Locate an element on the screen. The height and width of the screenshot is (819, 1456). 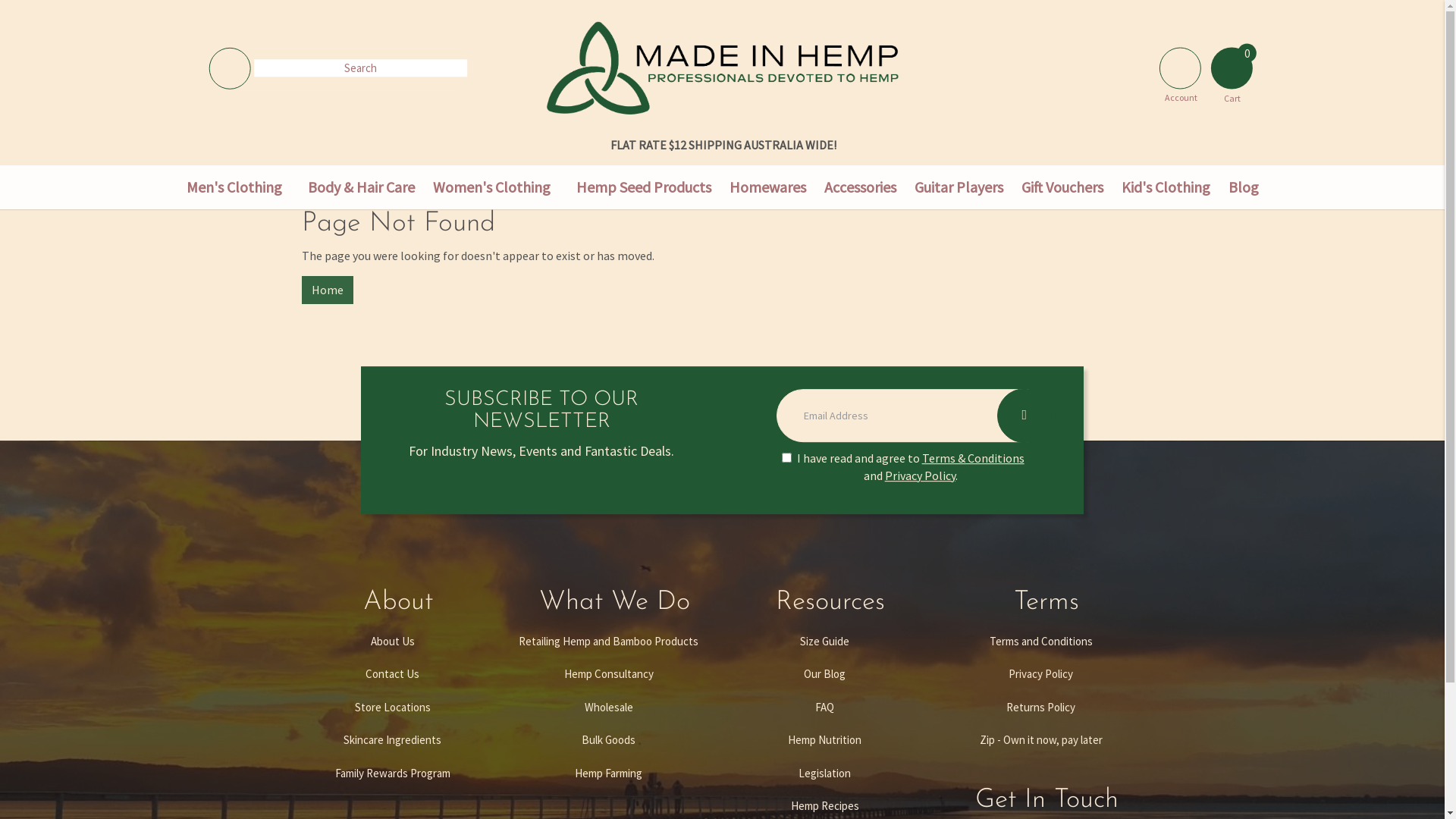
'Accessories' is located at coordinates (859, 187).